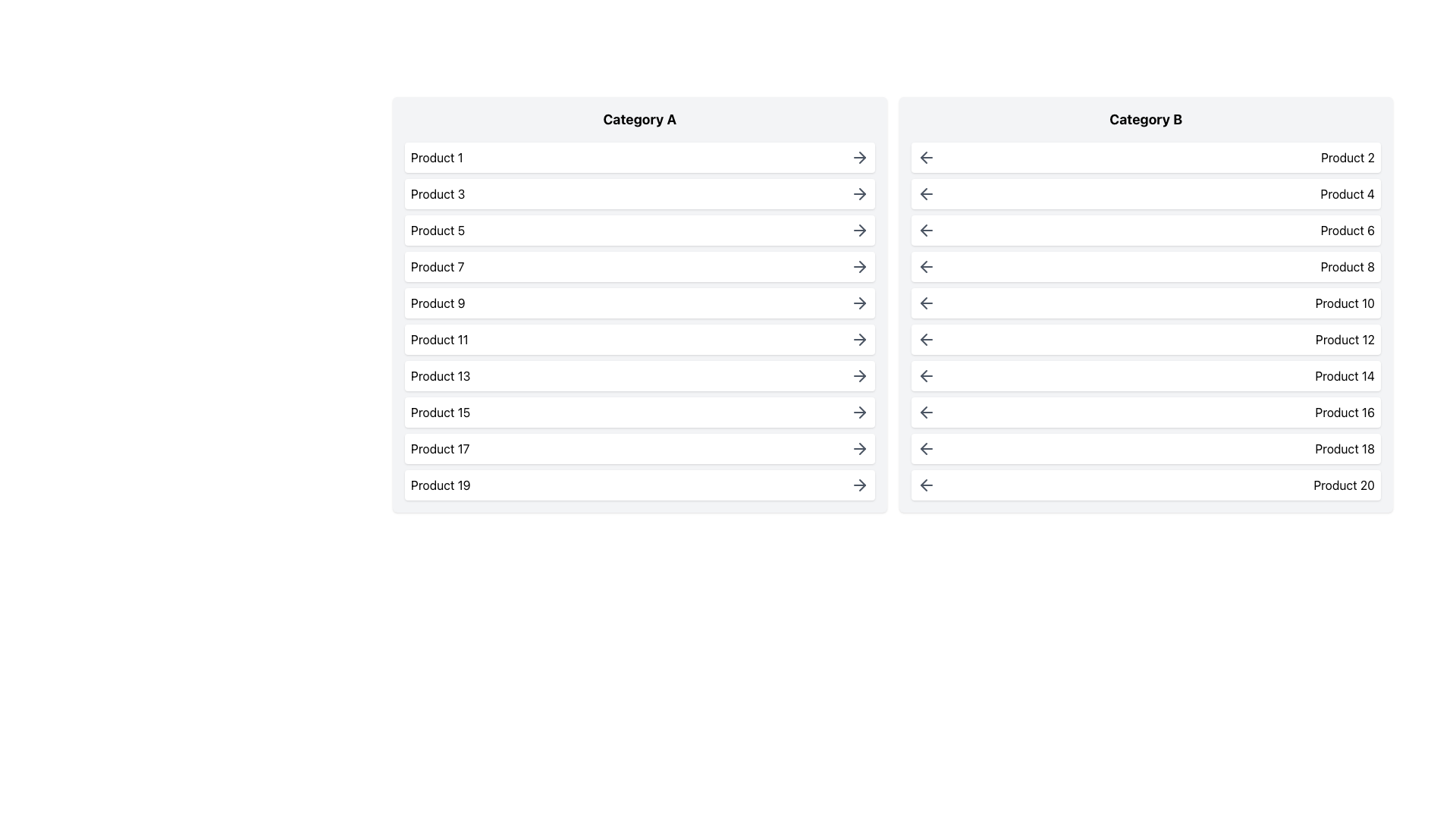  I want to click on the header text label that indicates the product category, located at the top of the left column above the product list, so click(639, 119).